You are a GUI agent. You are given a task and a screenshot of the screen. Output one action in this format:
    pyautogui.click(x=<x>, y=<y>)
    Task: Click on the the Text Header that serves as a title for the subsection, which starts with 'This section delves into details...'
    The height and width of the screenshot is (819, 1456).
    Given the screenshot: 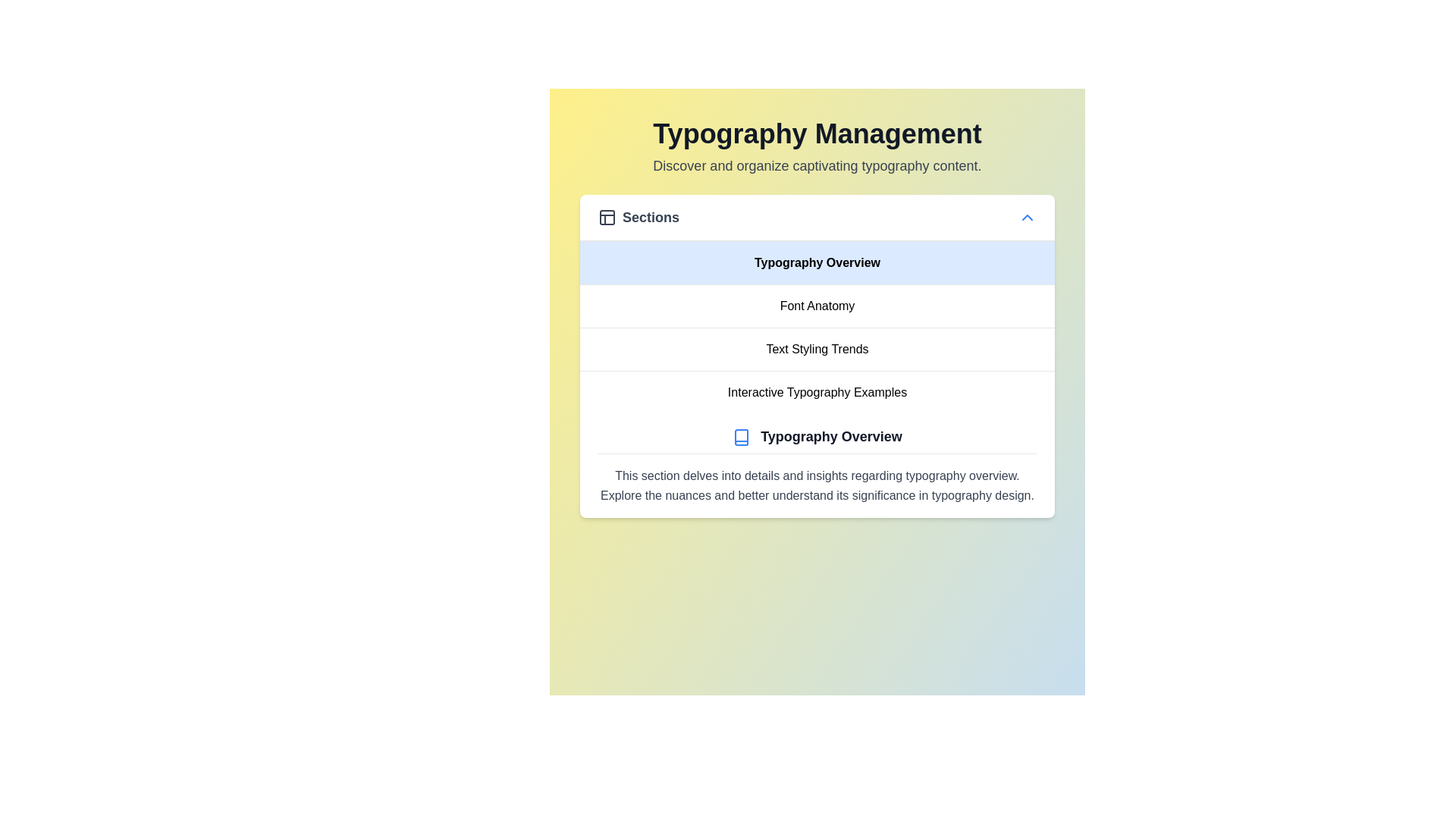 What is the action you would take?
    pyautogui.click(x=817, y=439)
    